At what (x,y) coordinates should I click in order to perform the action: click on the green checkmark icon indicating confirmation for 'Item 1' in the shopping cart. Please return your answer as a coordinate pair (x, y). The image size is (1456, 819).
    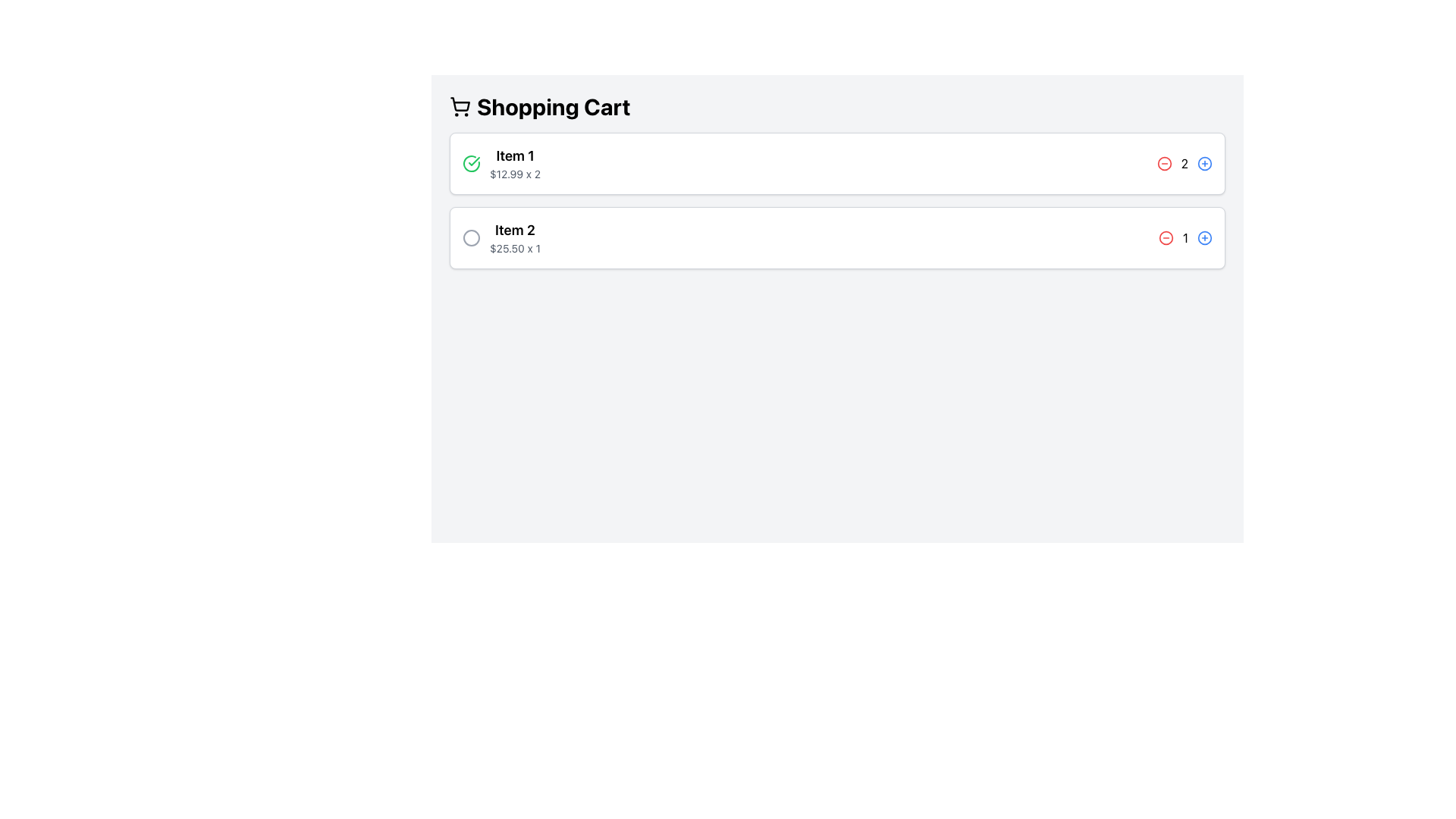
    Looking at the image, I should click on (471, 164).